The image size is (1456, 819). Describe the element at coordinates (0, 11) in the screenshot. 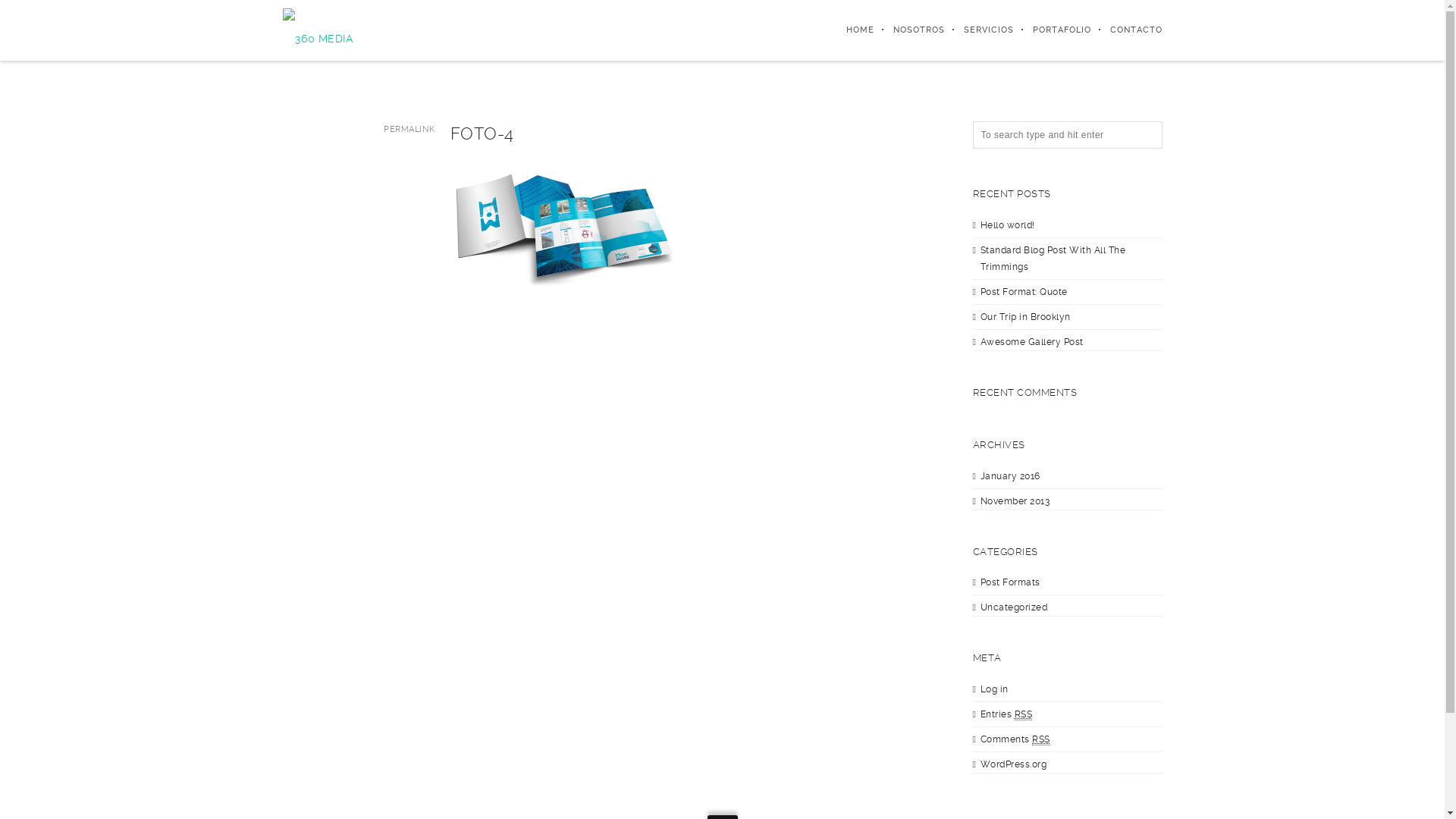

I see `'Search'` at that location.